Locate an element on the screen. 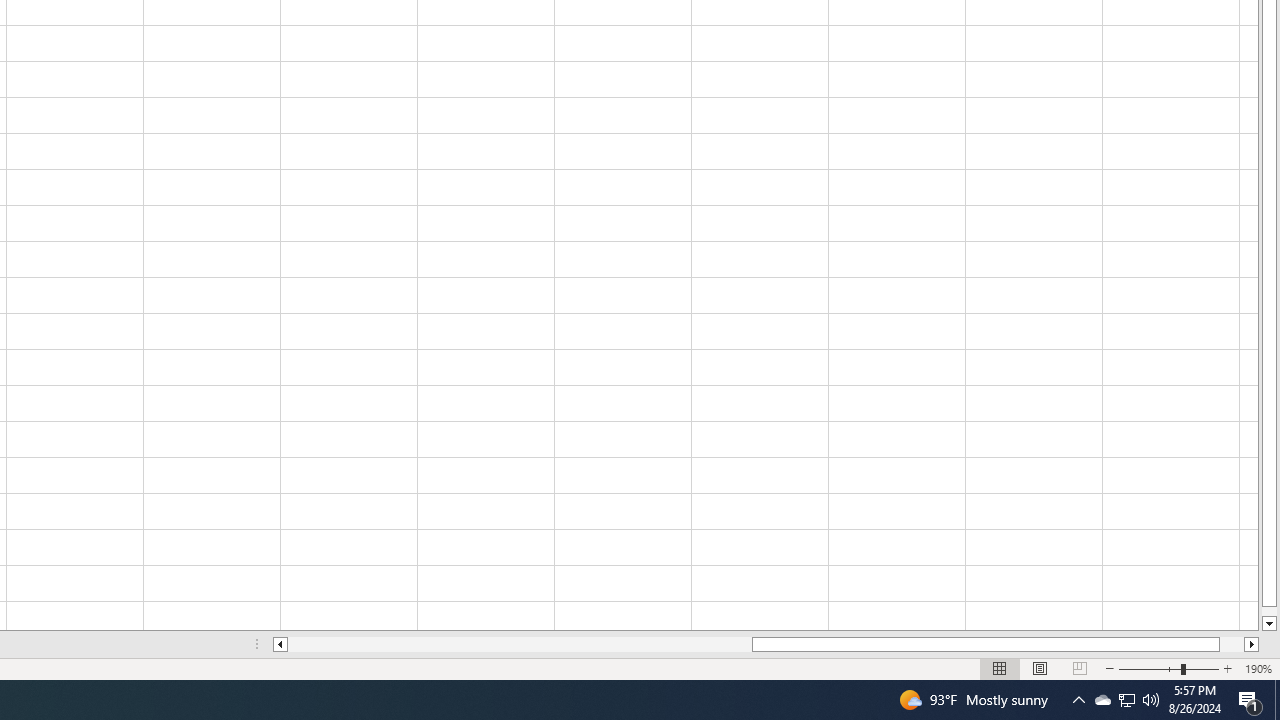 Image resolution: width=1280 pixels, height=720 pixels. 'Page Break Preview' is located at coordinates (1078, 669).